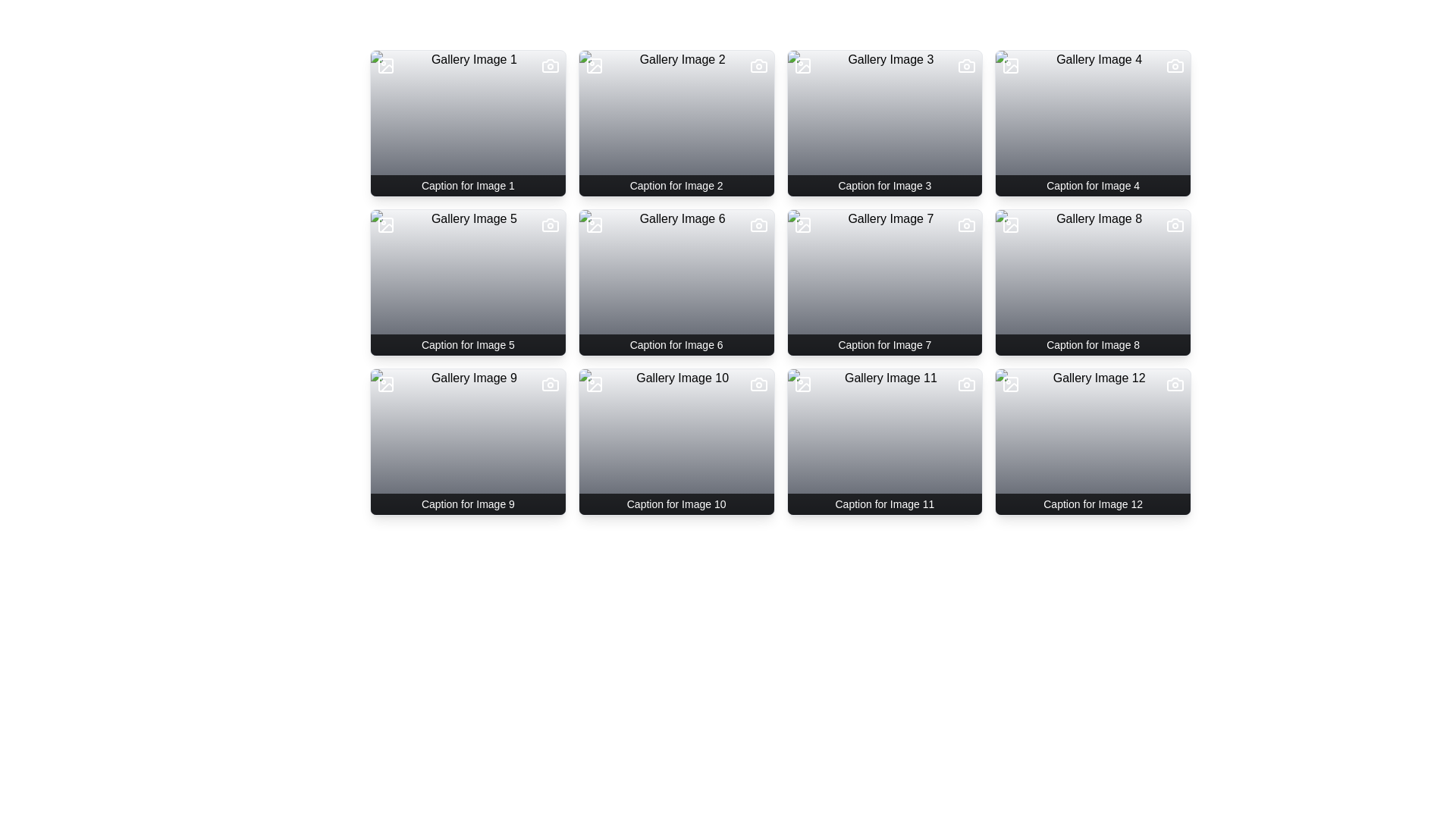 The image size is (1456, 819). What do you see at coordinates (1011, 225) in the screenshot?
I see `the SVG graphical element located in the top-left corner of the eighth grid item in the gallery layout, which indicates functionality or metadata associated with the image` at bounding box center [1011, 225].